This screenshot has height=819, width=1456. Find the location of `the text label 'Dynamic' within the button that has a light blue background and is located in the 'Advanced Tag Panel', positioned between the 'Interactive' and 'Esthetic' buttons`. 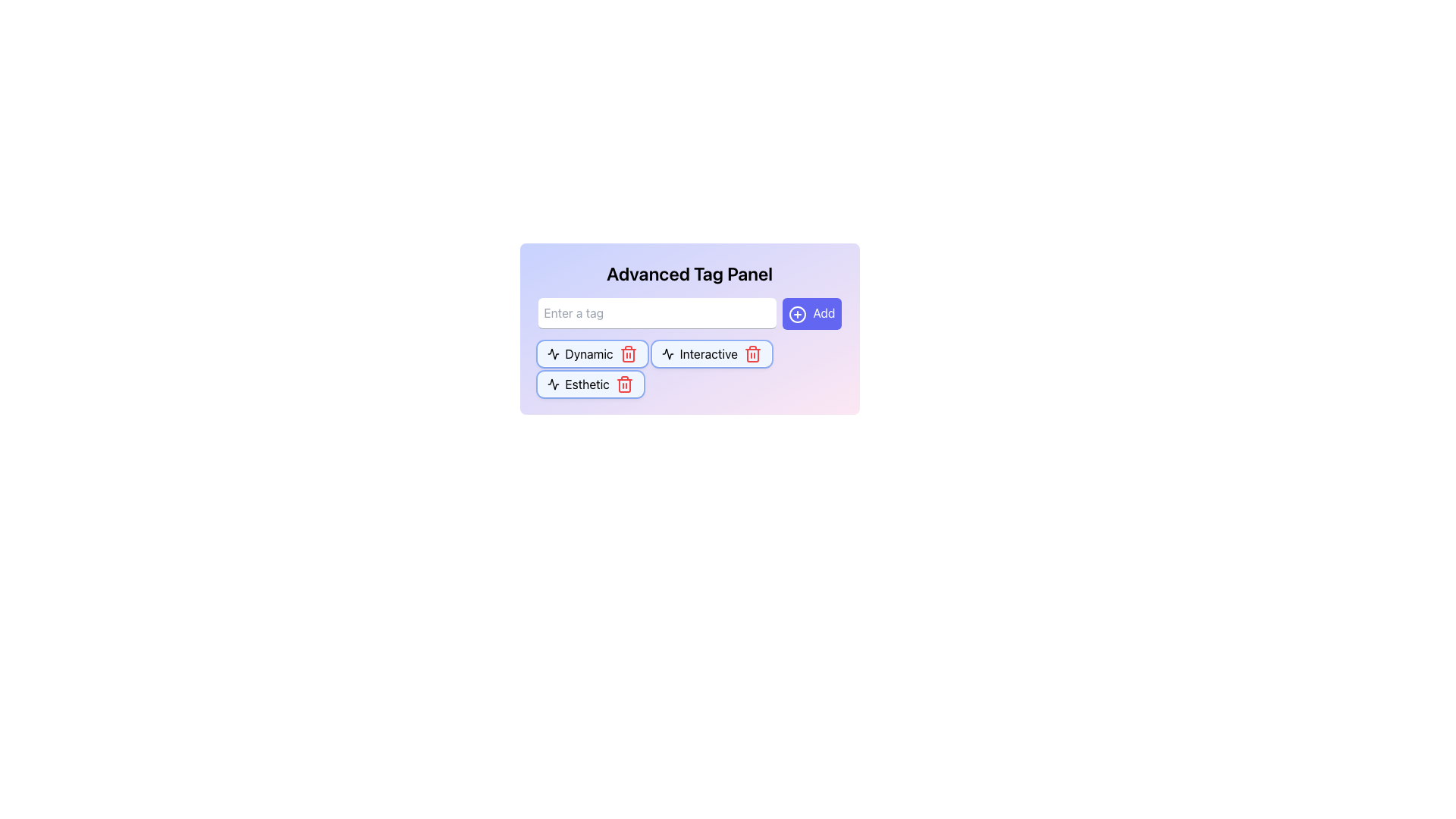

the text label 'Dynamic' within the button that has a light blue background and is located in the 'Advanced Tag Panel', positioned between the 'Interactive' and 'Esthetic' buttons is located at coordinates (588, 353).